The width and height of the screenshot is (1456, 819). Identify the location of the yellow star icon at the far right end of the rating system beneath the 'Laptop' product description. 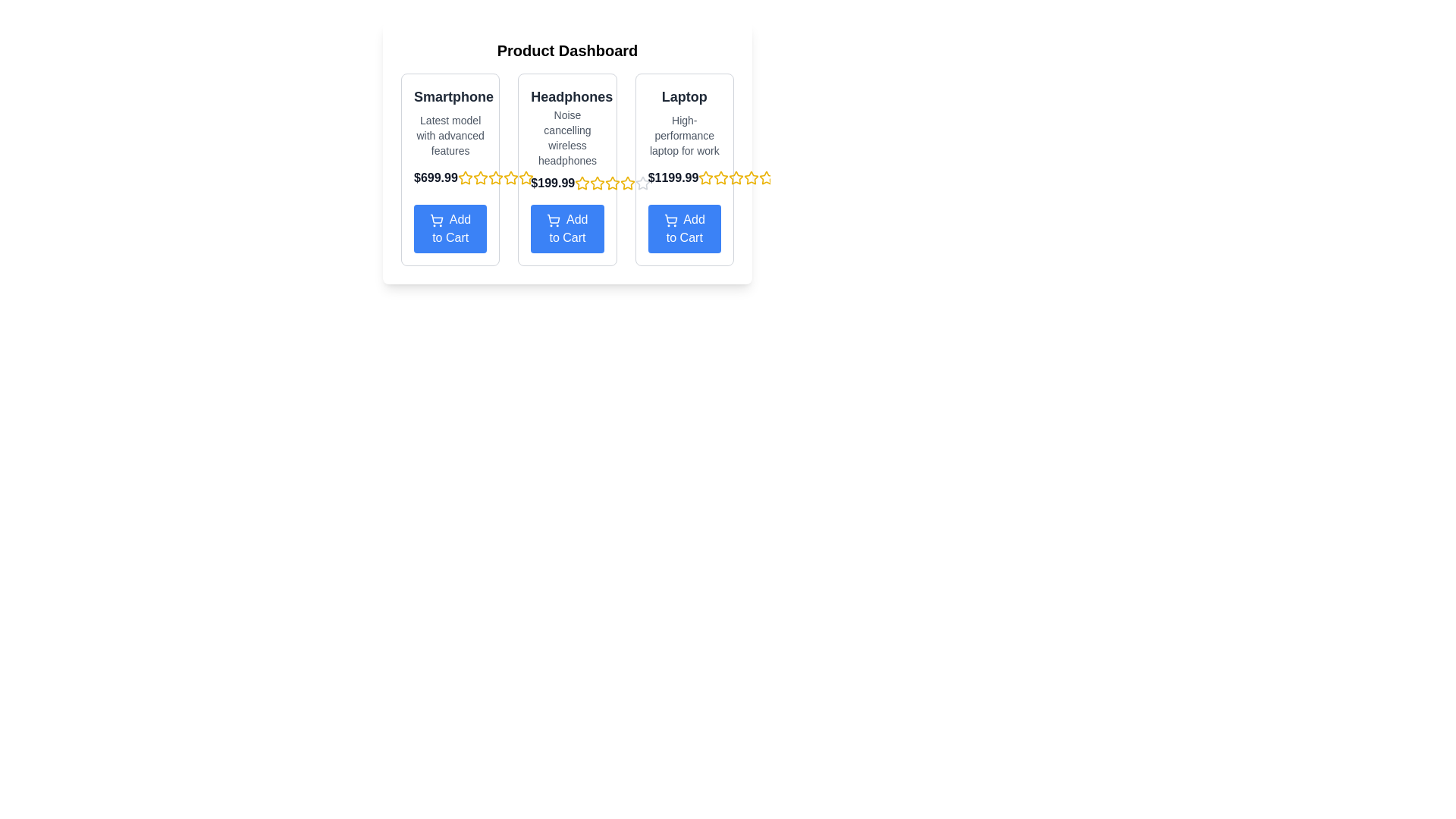
(767, 177).